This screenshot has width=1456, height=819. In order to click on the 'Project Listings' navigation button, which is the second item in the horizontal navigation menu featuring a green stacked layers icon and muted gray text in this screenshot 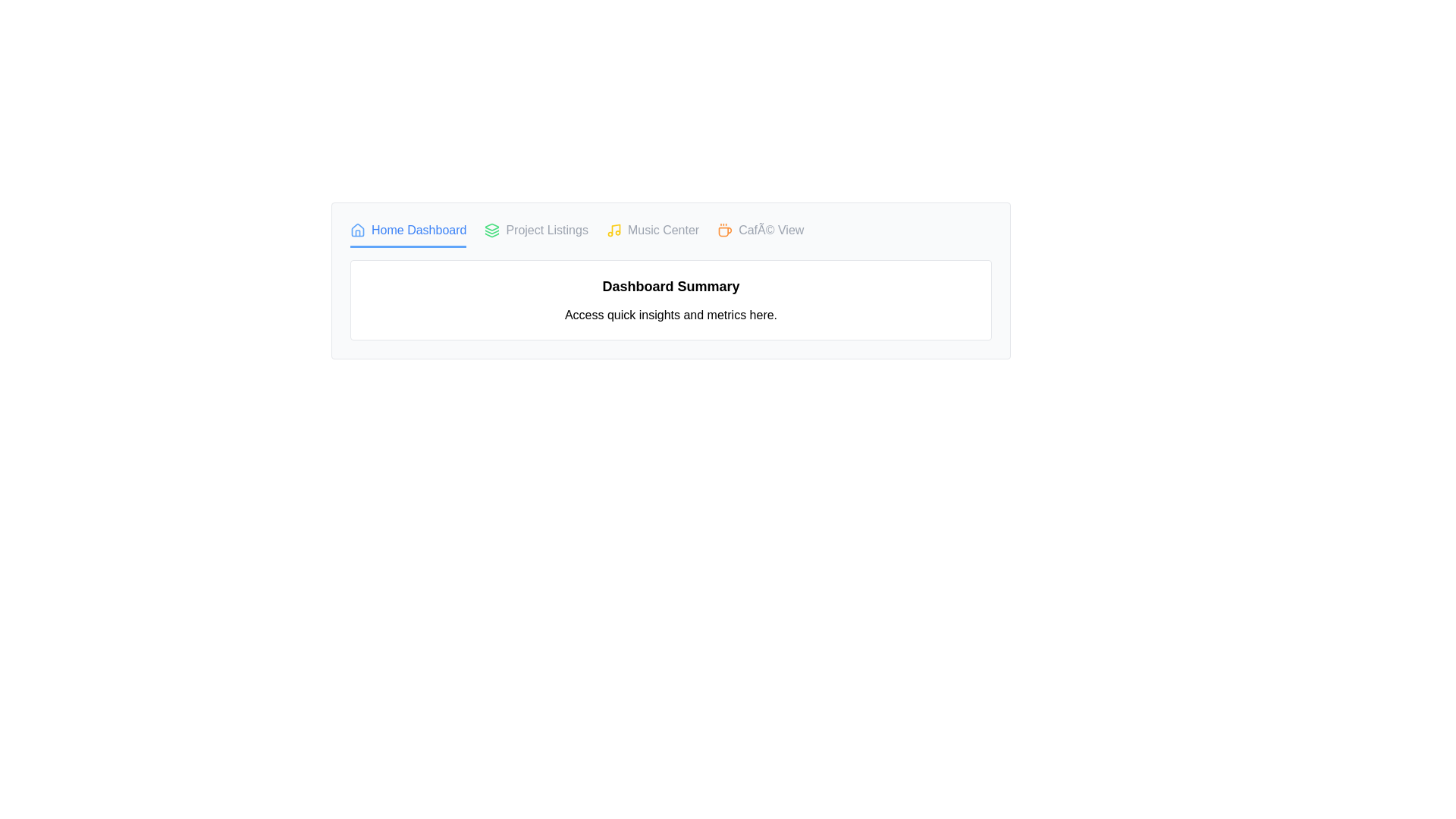, I will do `click(536, 234)`.